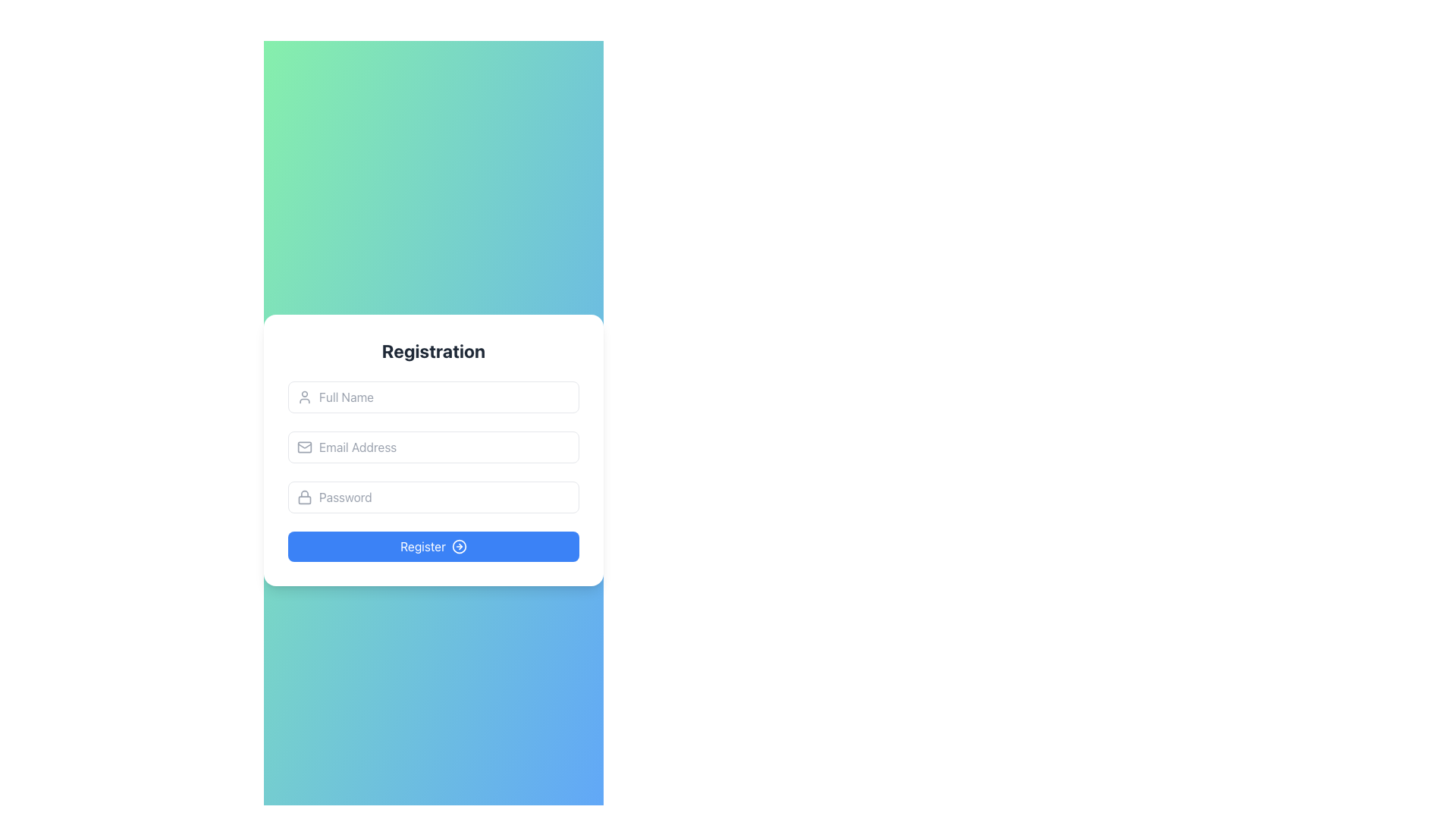 The image size is (1456, 819). Describe the element at coordinates (432, 547) in the screenshot. I see `the 'Register' button with a blue background and white text, located at the bottom of the registration form for accessibility interactions` at that location.